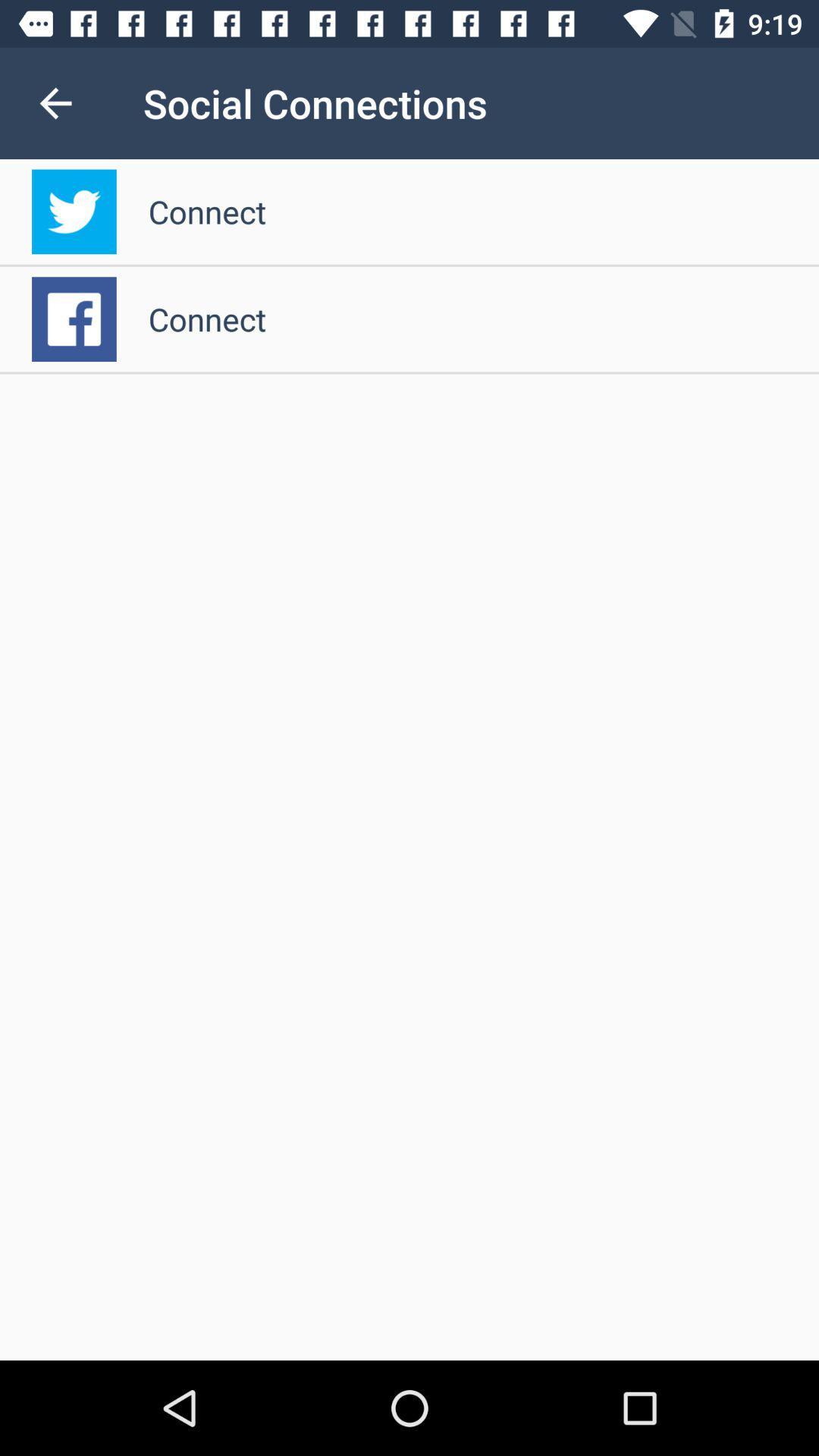  What do you see at coordinates (55, 102) in the screenshot?
I see `item to the left of social connections` at bounding box center [55, 102].